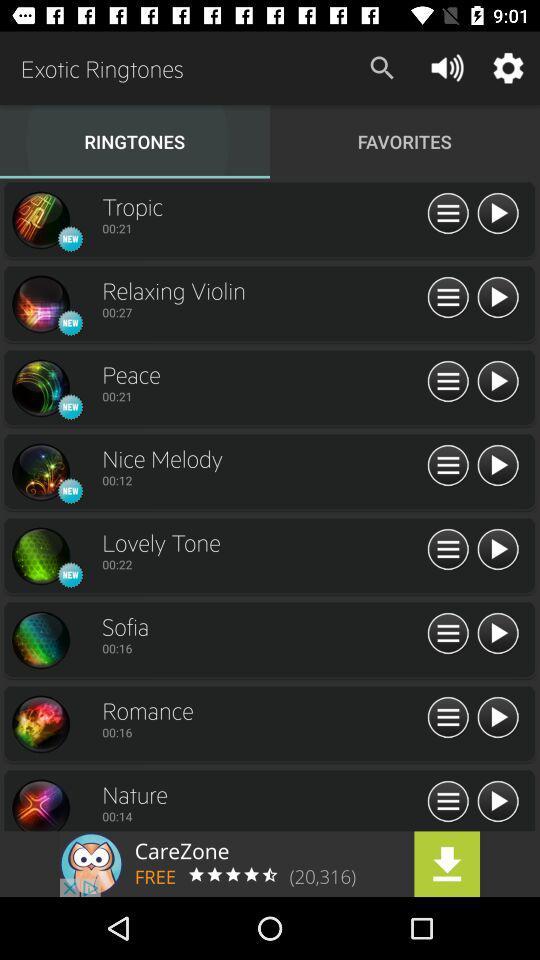 This screenshot has height=960, width=540. Describe the element at coordinates (448, 214) in the screenshot. I see `more options` at that location.